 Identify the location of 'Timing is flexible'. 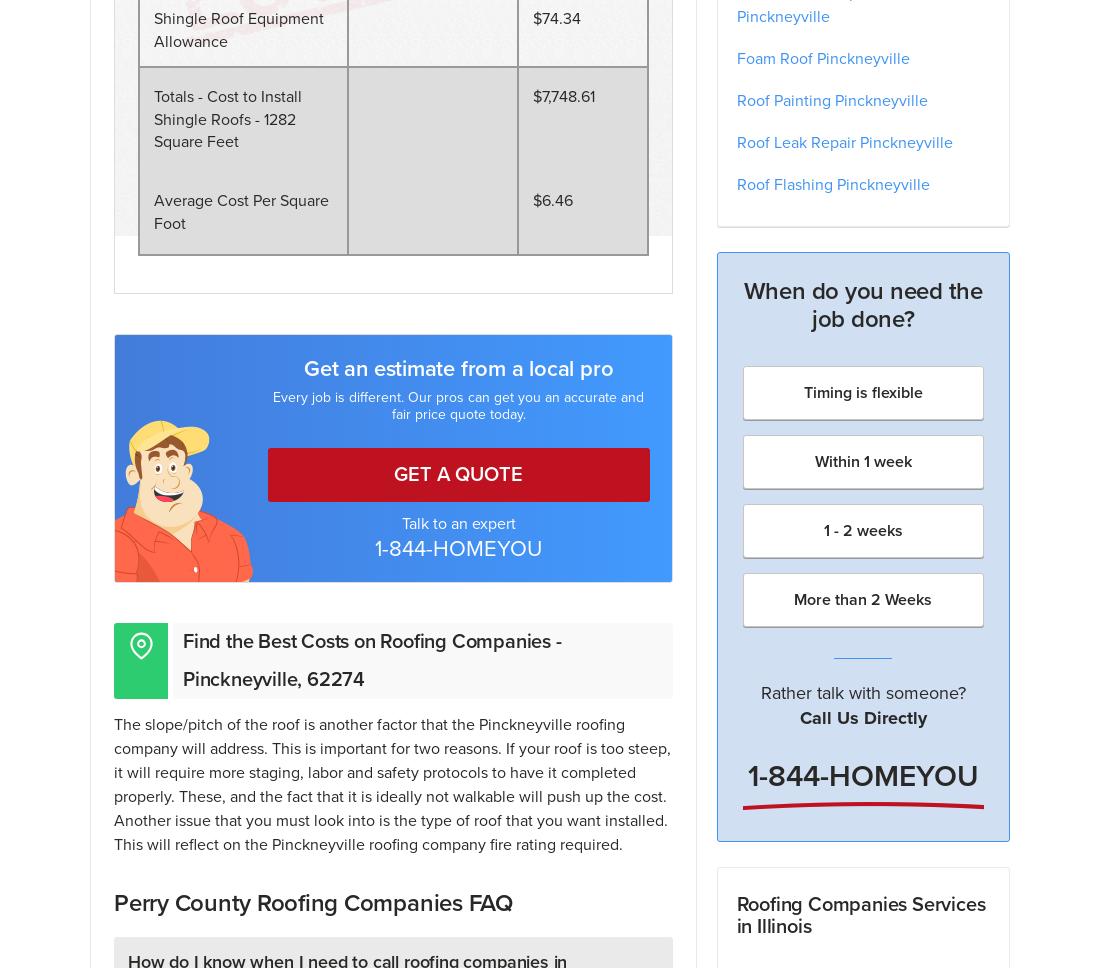
(861, 392).